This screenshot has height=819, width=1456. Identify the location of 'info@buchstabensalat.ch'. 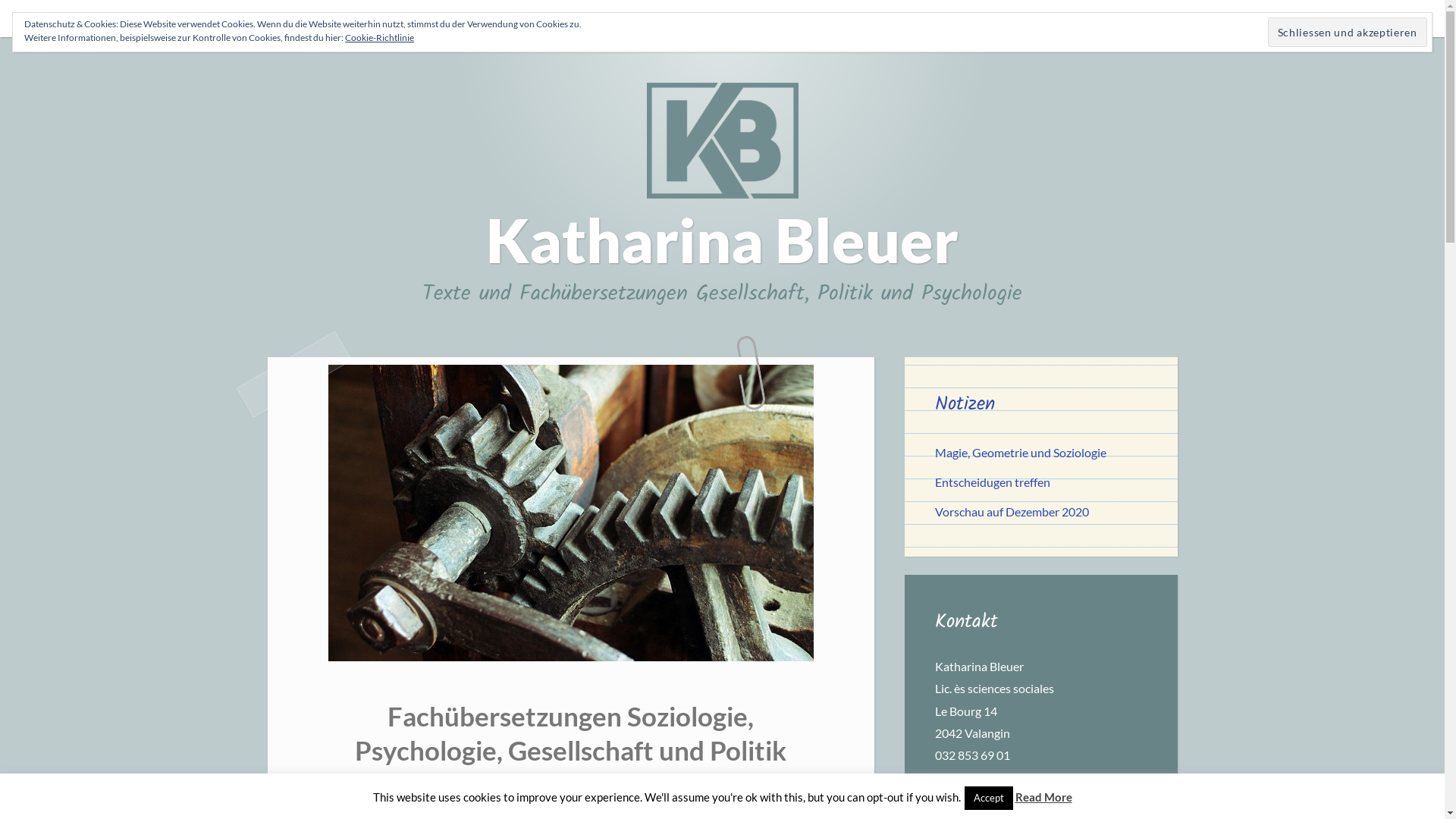
(999, 777).